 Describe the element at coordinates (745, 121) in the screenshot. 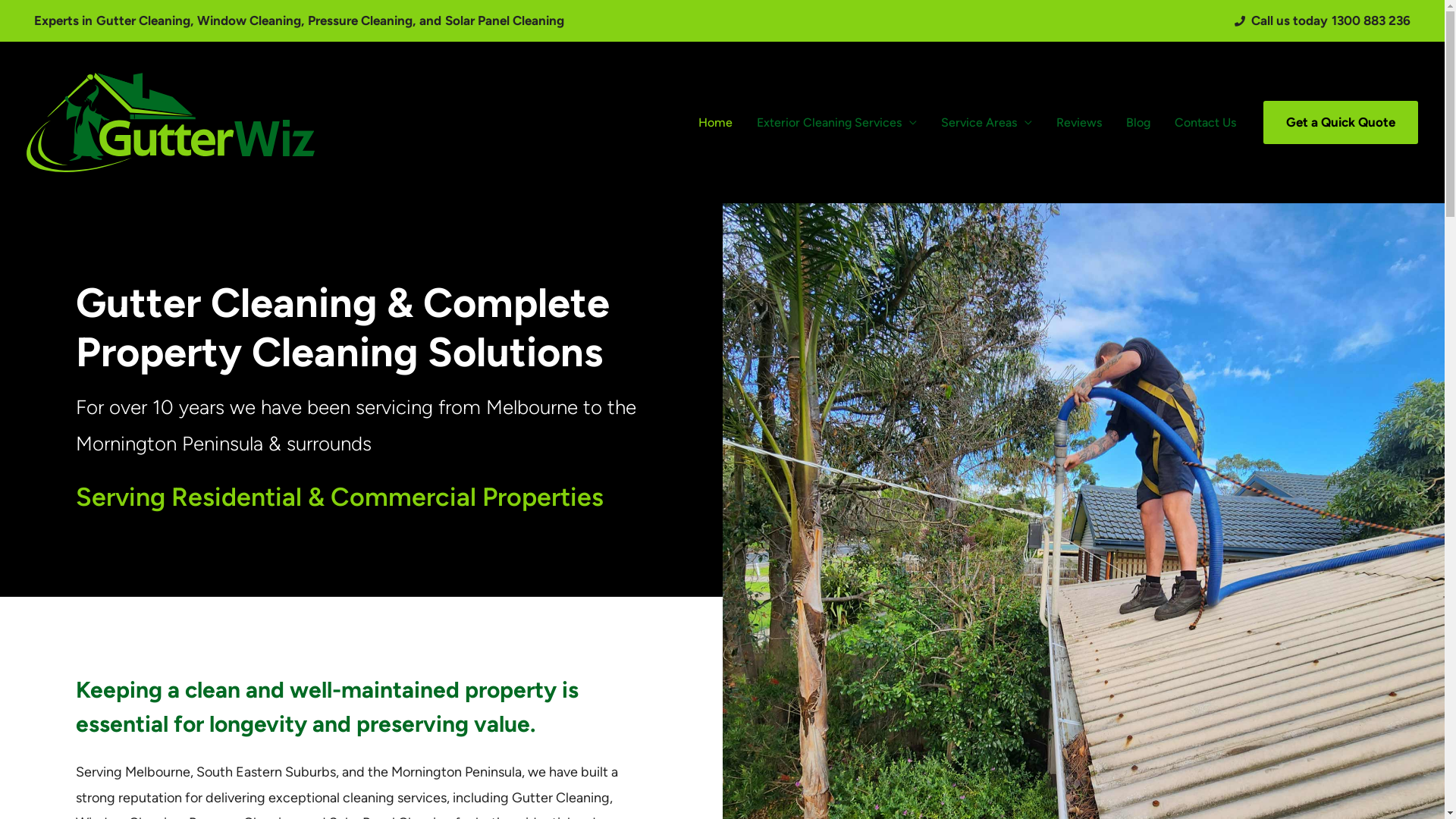

I see `'Exterior Cleaning Services'` at that location.